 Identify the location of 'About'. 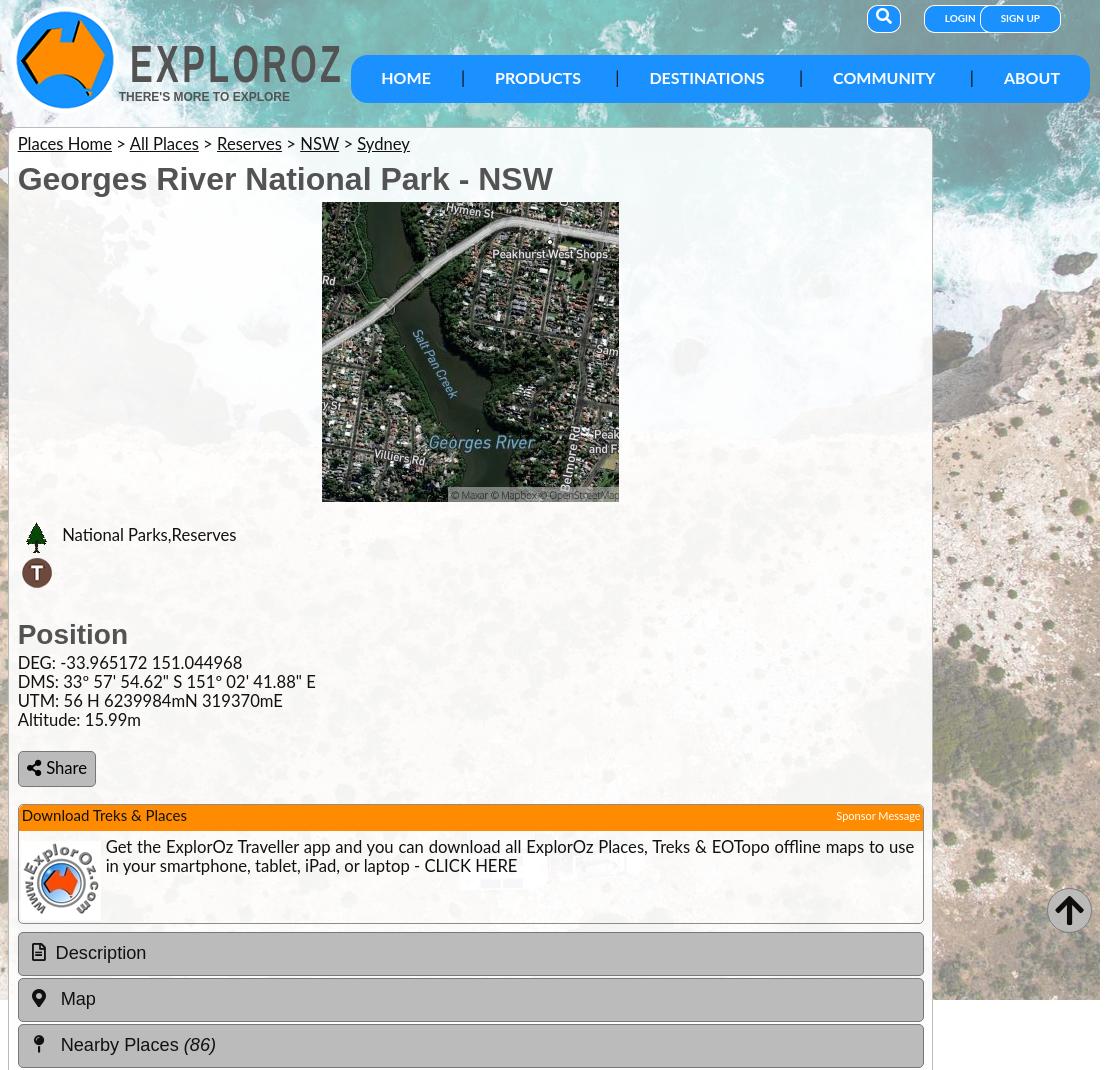
(1003, 77).